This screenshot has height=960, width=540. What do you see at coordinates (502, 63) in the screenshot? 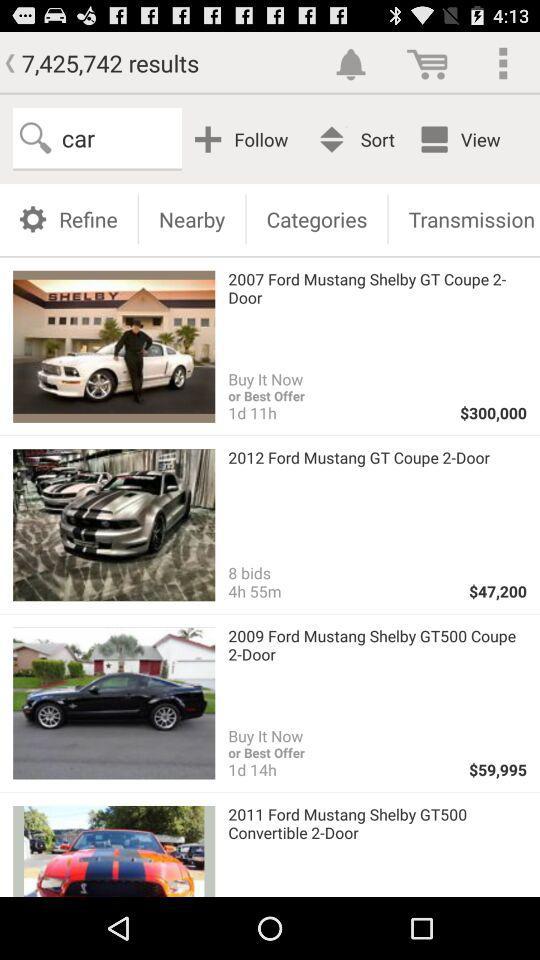
I see `the three dots button on the top right corner of the web page` at bounding box center [502, 63].